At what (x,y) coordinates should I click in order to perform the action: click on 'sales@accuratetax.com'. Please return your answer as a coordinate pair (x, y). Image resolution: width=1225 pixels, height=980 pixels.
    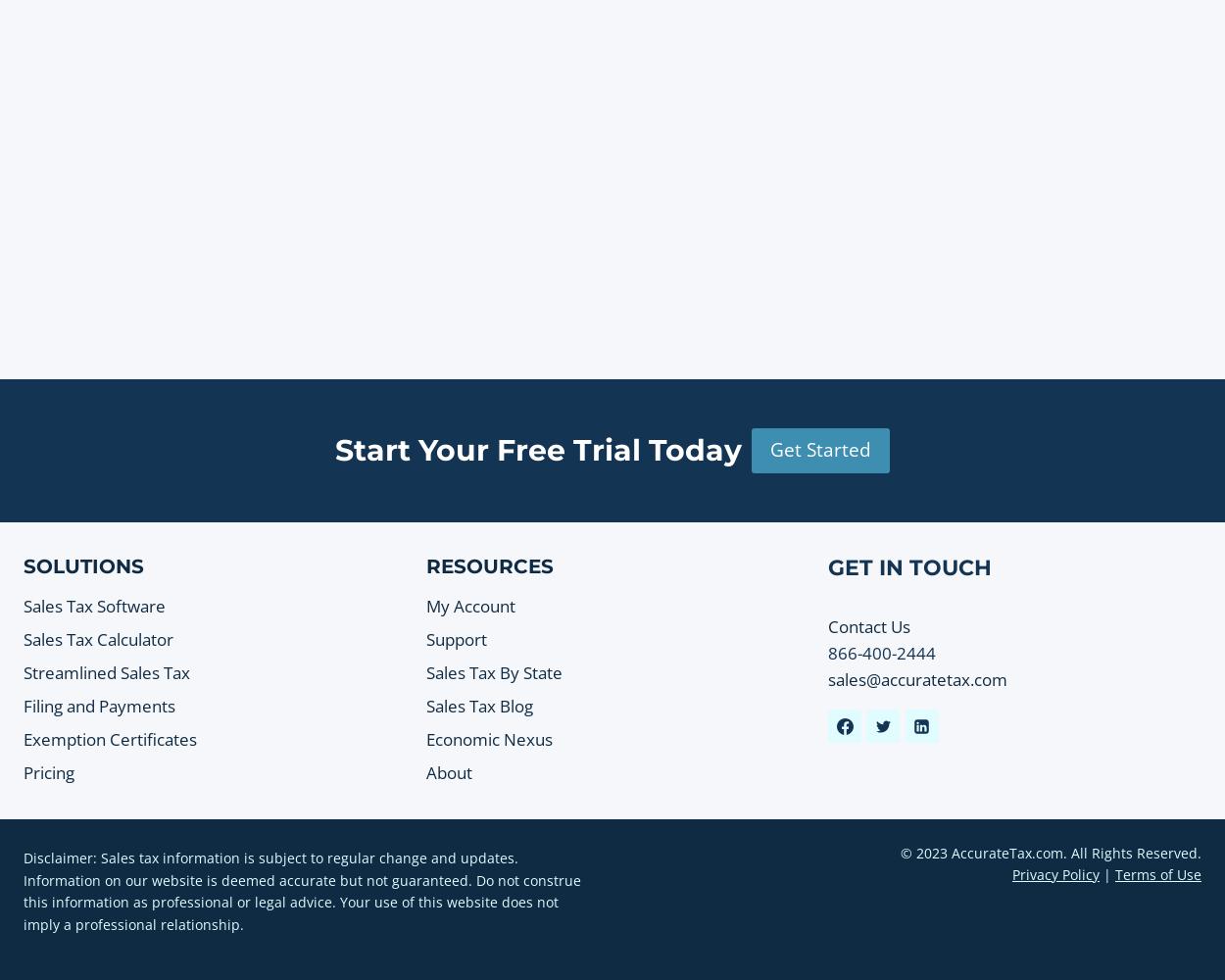
    Looking at the image, I should click on (917, 678).